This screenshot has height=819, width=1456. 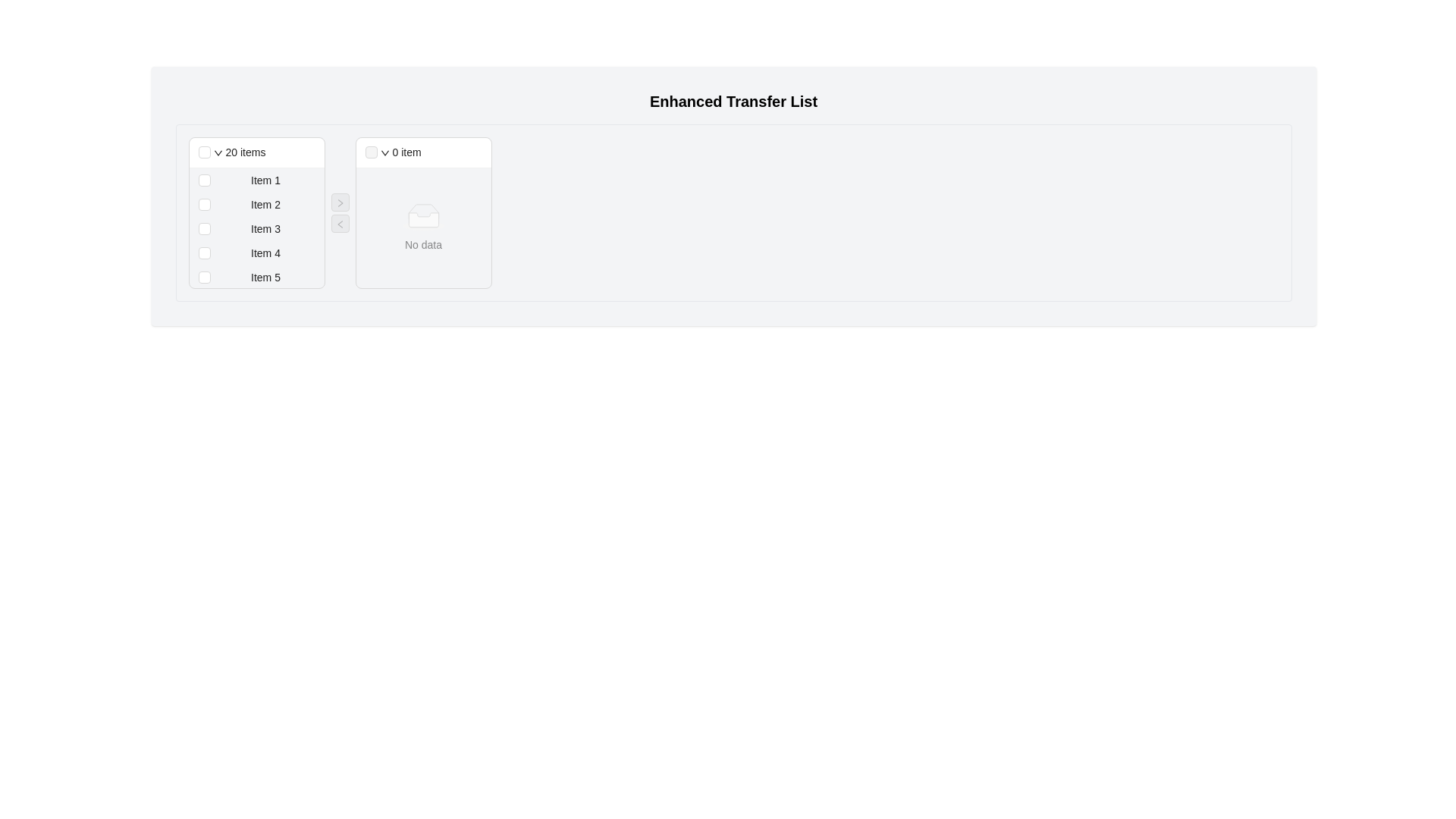 What do you see at coordinates (265, 253) in the screenshot?
I see `the fourth item in the left transfer list, which is positioned directly below 'Item 3' and above 'Item 5'` at bounding box center [265, 253].